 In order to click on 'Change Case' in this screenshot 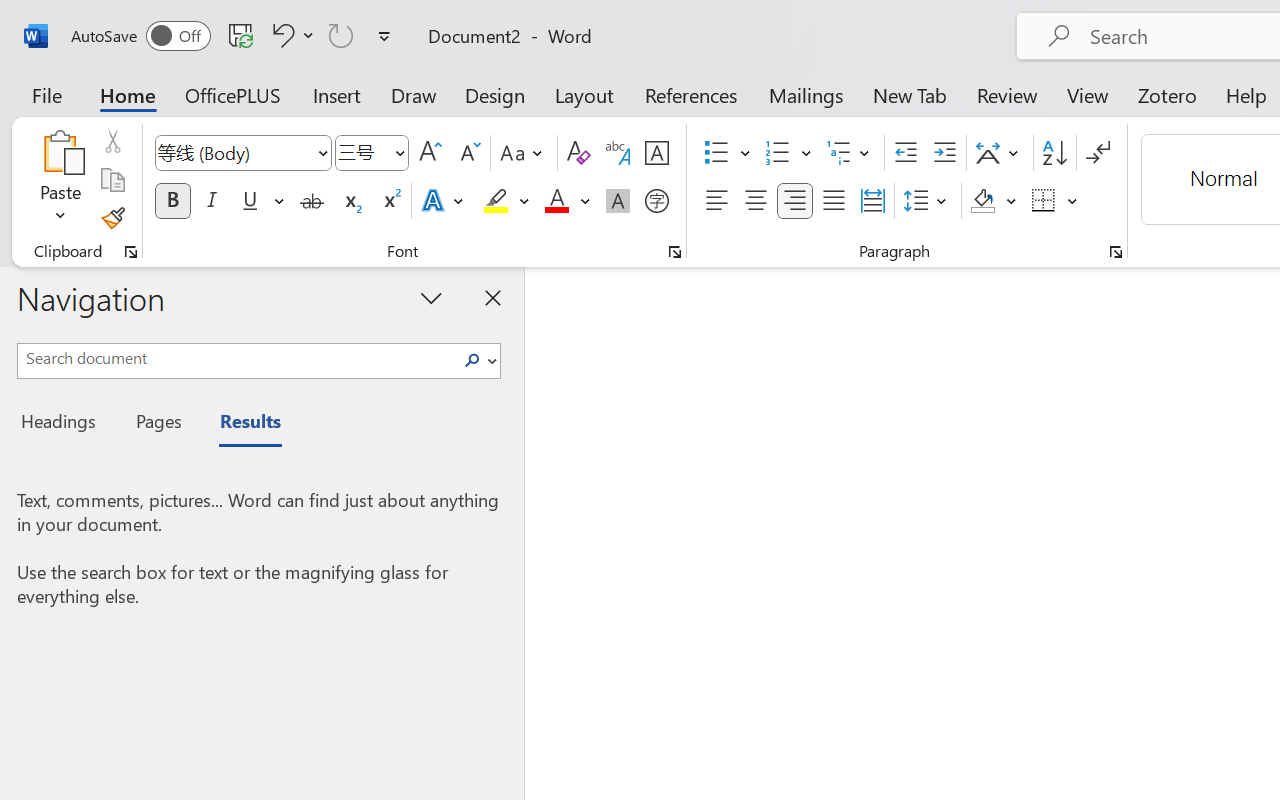, I will do `click(524, 153)`.